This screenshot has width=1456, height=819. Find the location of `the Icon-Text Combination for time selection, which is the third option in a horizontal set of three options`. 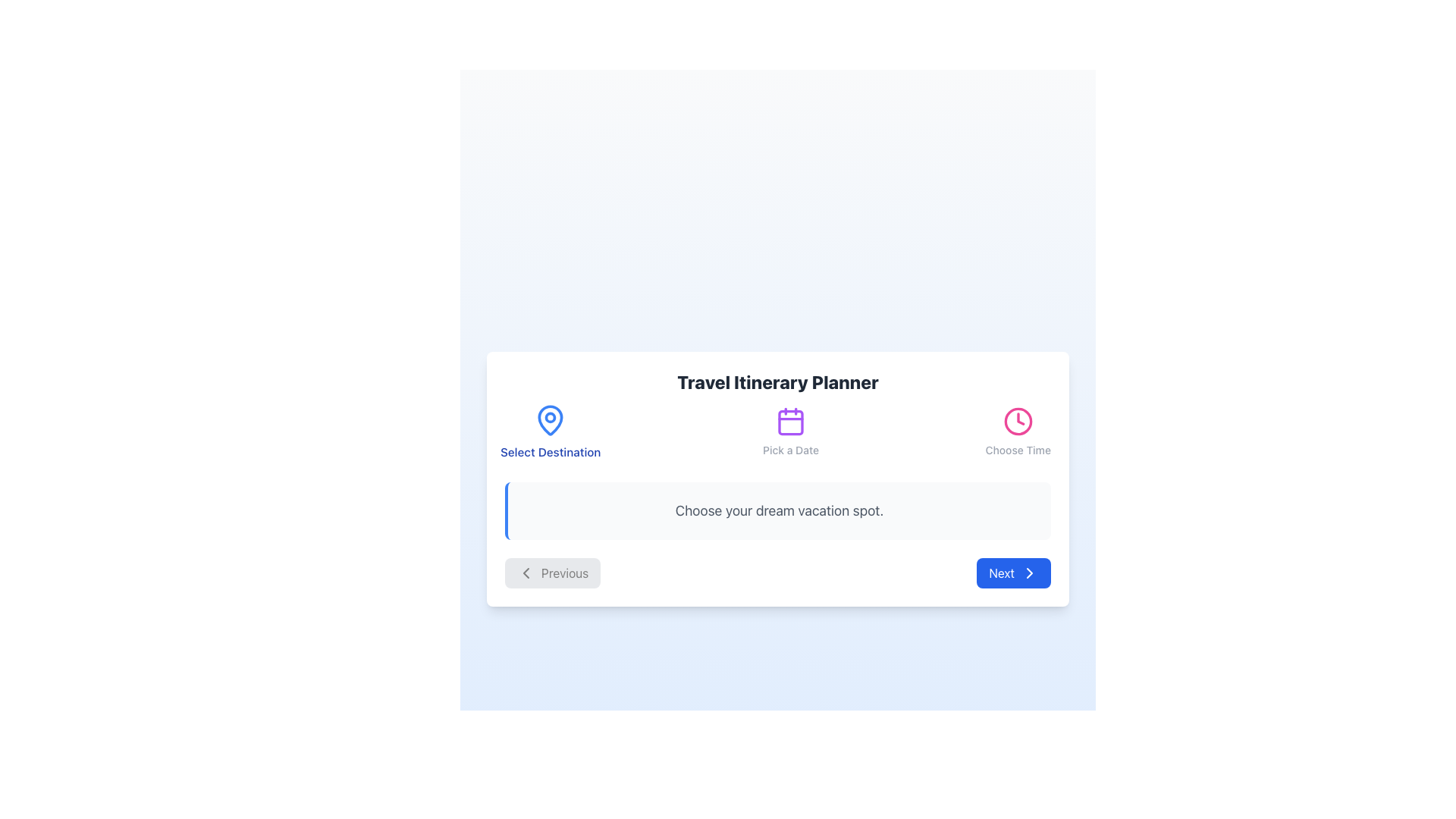

the Icon-Text Combination for time selection, which is the third option in a horizontal set of three options is located at coordinates (1018, 432).